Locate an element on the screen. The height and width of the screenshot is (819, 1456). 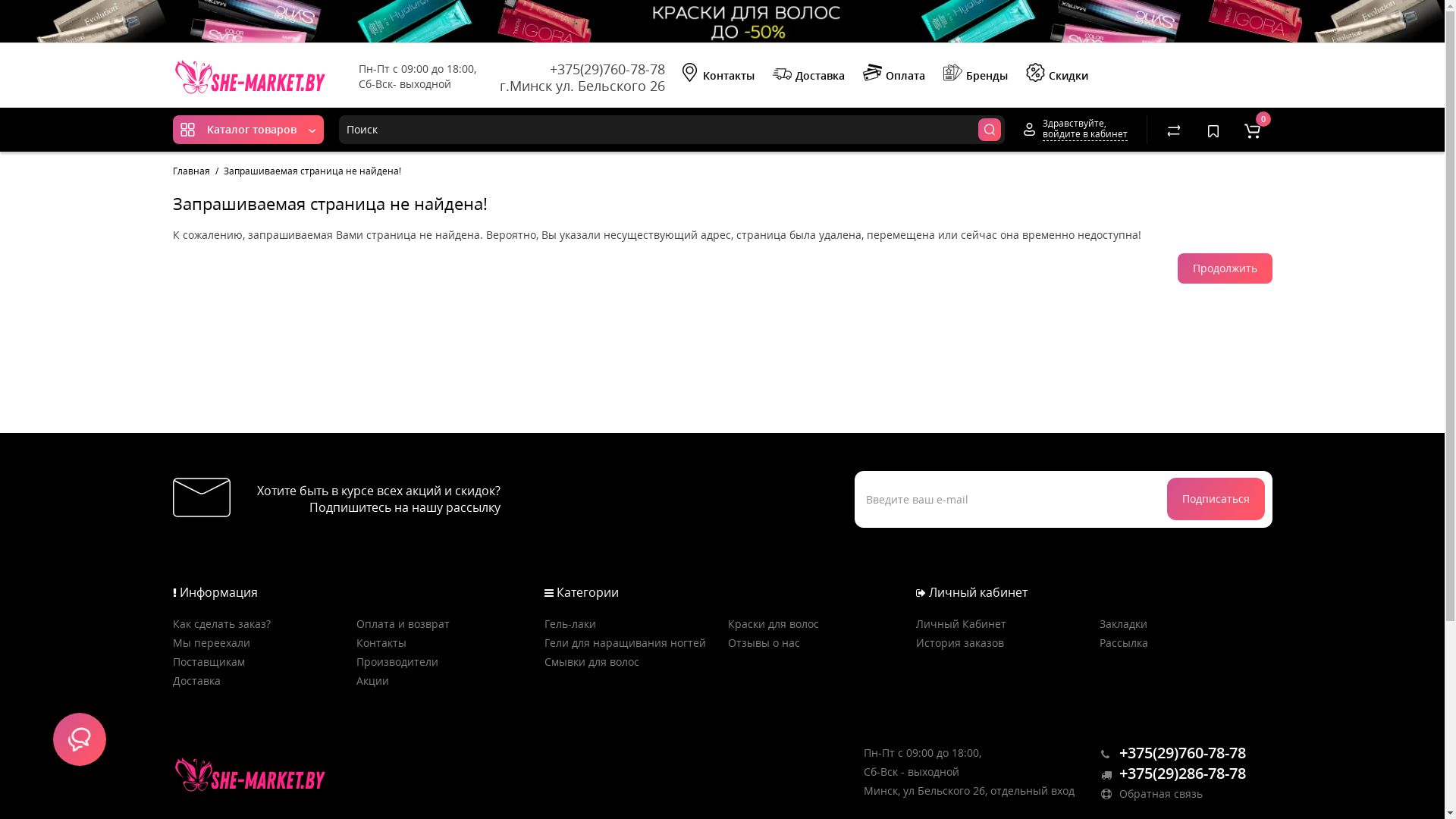
'+375(29)286-78-78' is located at coordinates (1100, 774).